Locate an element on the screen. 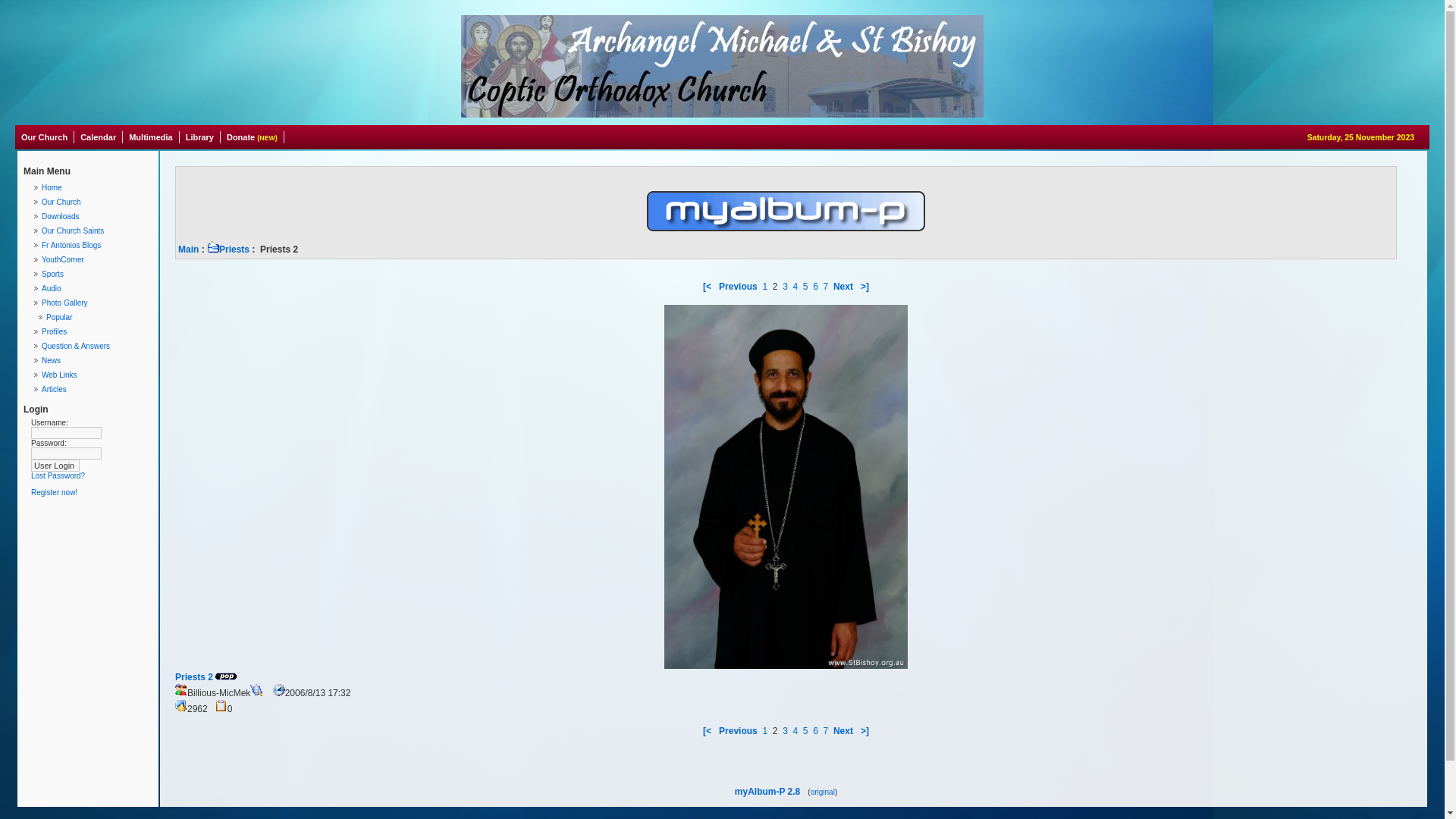  'Lost Password?' is located at coordinates (58, 475).